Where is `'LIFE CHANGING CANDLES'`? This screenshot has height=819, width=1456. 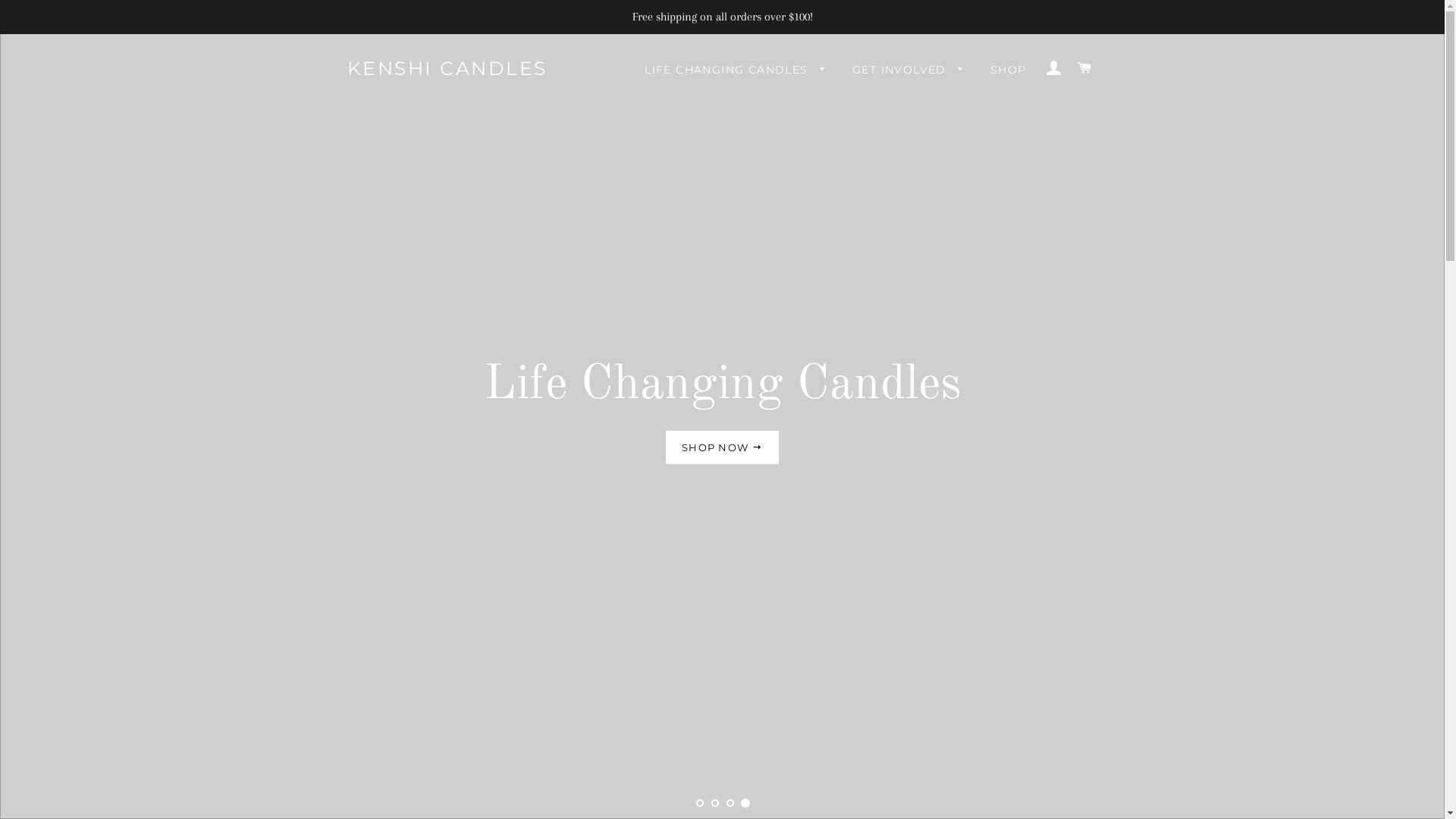
'LIFE CHANGING CANDLES' is located at coordinates (735, 70).